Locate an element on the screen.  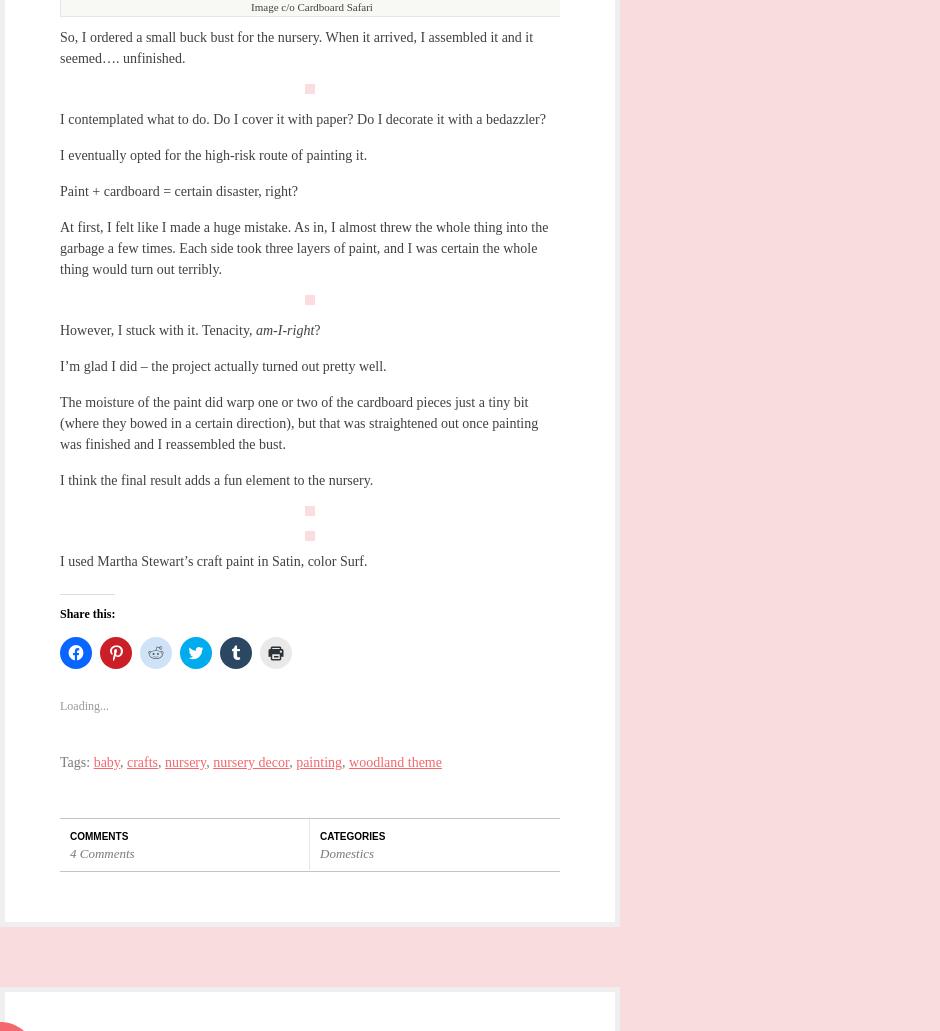
'baby' is located at coordinates (106, 760).